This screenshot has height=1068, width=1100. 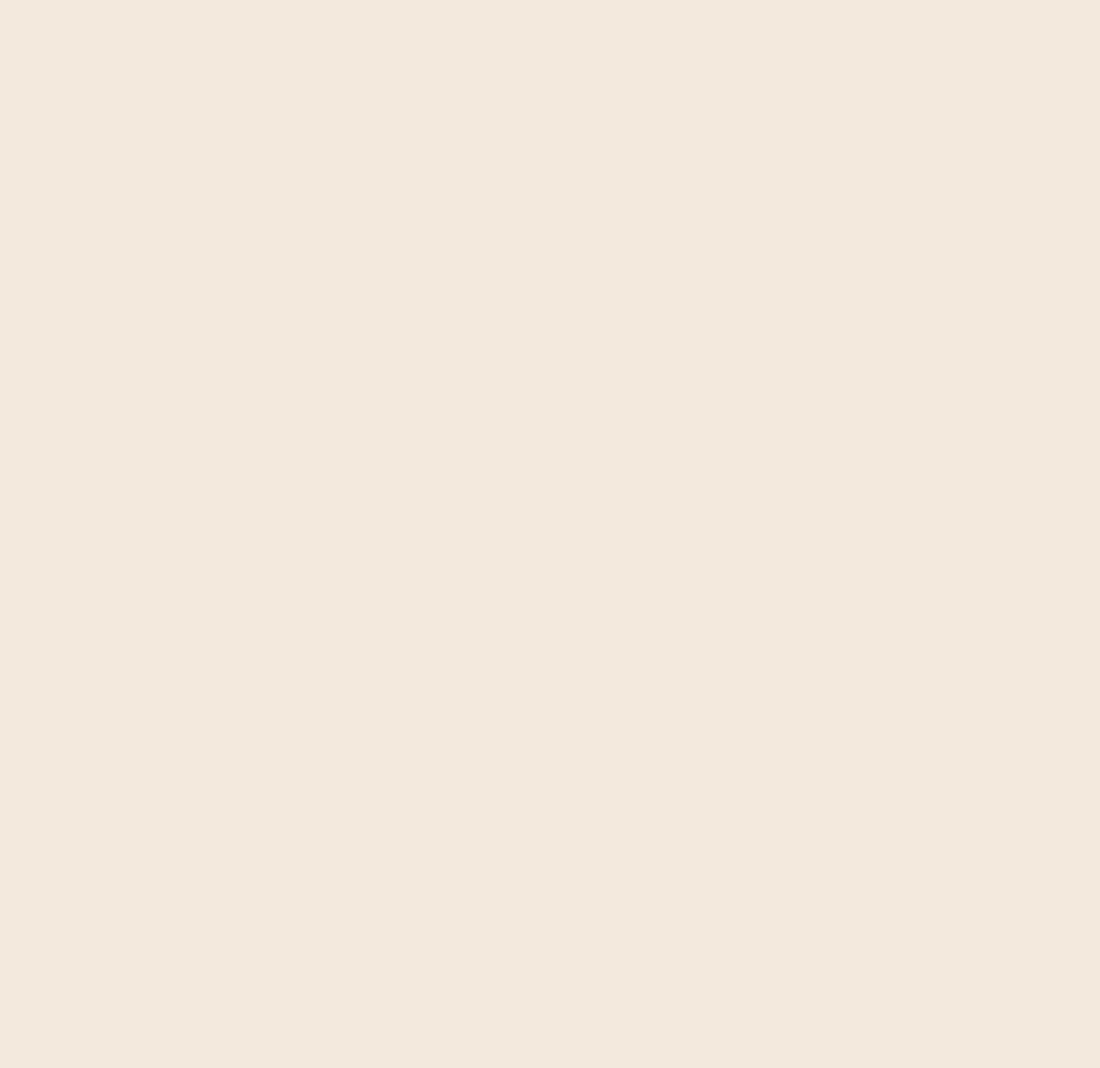 I want to click on 'September 2020', so click(x=906, y=250).